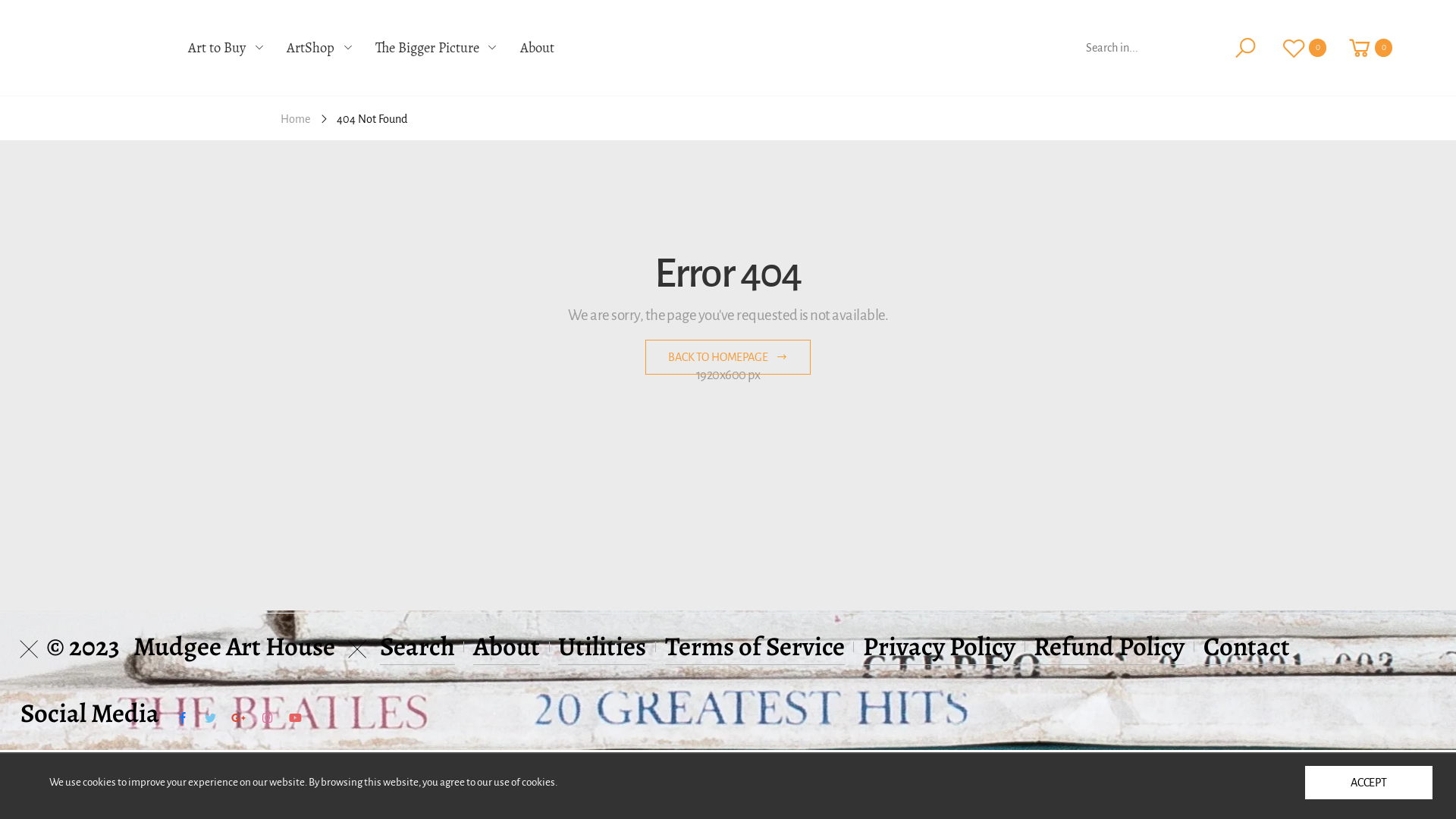  What do you see at coordinates (537, 47) in the screenshot?
I see `'About'` at bounding box center [537, 47].